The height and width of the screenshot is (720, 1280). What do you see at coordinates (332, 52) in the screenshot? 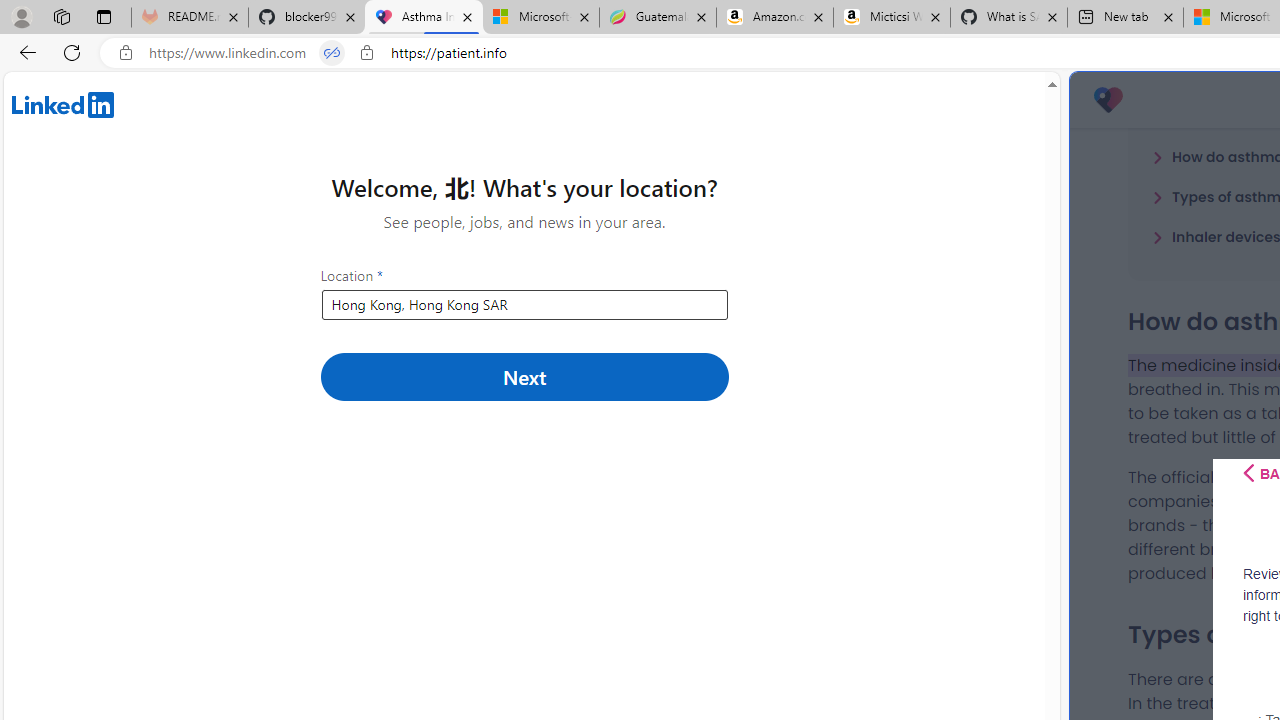
I see `'Tabs in split screen'` at bounding box center [332, 52].